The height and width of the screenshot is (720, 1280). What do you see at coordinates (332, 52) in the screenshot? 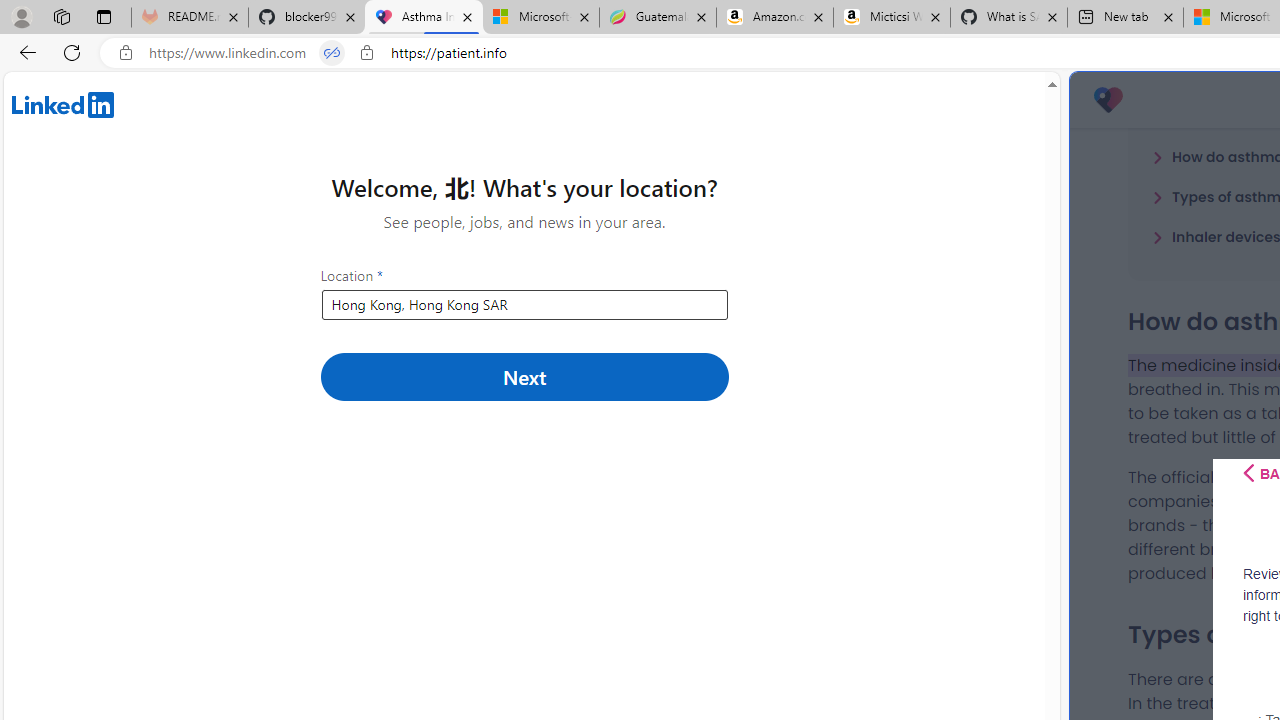
I see `'Tabs in split screen'` at bounding box center [332, 52].